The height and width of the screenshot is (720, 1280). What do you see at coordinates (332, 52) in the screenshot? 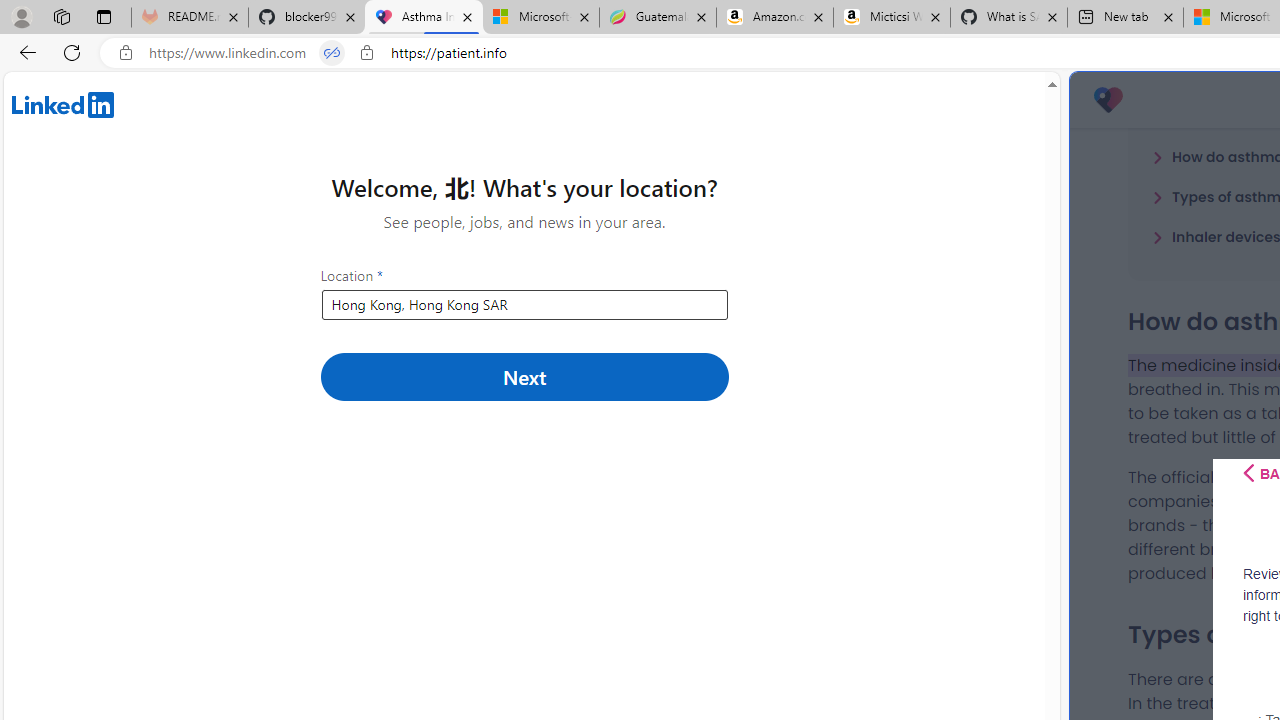
I see `'Tabs in split screen'` at bounding box center [332, 52].